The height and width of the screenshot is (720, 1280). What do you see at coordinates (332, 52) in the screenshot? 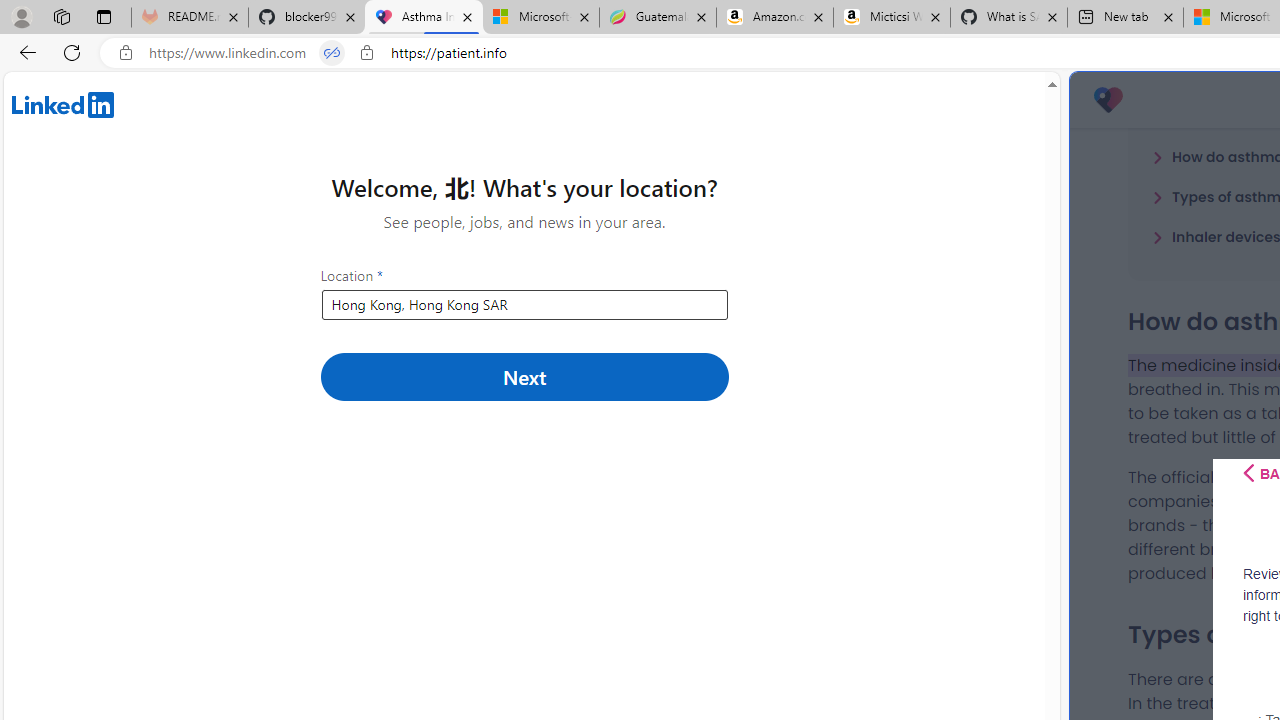
I see `'Tabs in split screen'` at bounding box center [332, 52].